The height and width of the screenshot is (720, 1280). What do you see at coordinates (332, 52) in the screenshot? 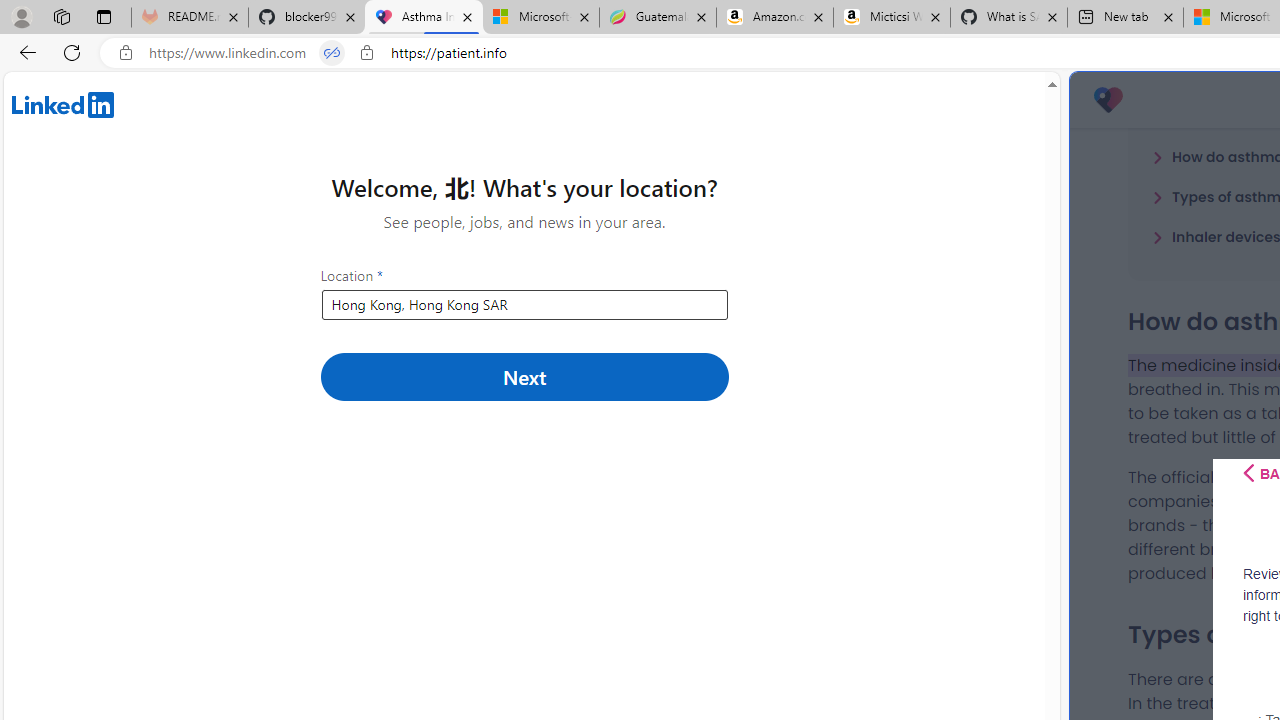
I see `'Tabs in split screen'` at bounding box center [332, 52].